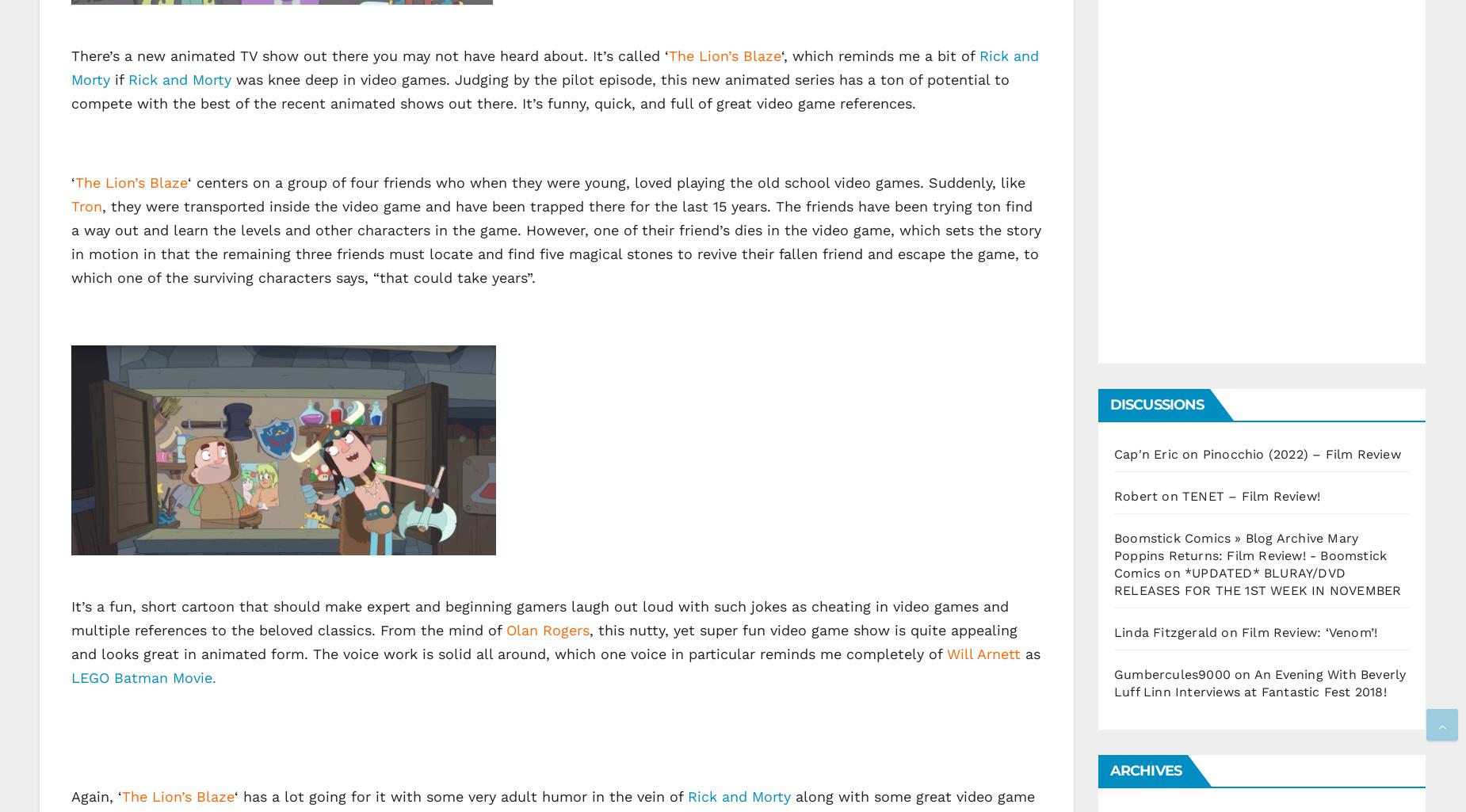  Describe the element at coordinates (70, 795) in the screenshot. I see `'Again, ‘'` at that location.